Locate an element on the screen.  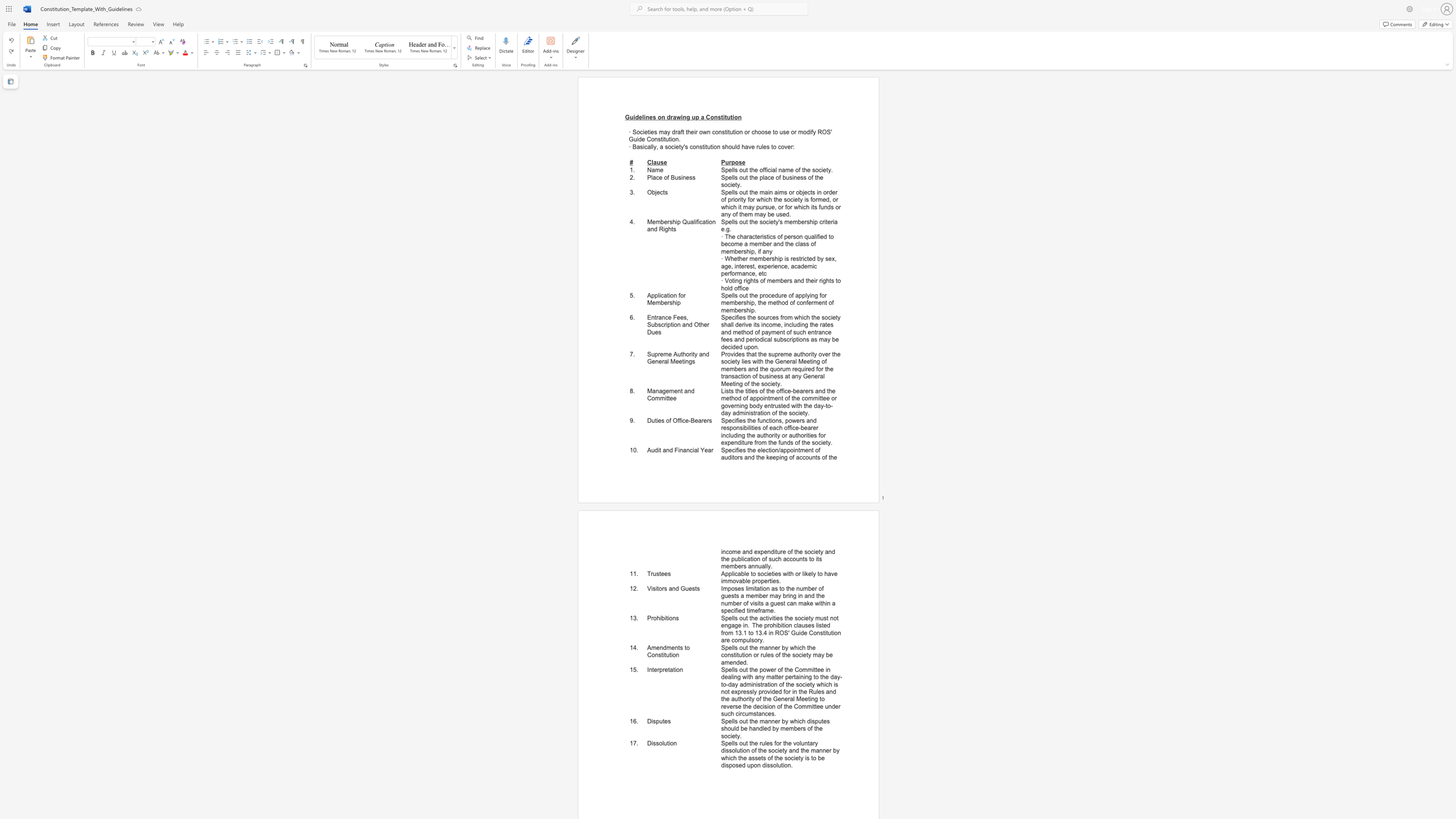
the subset text "nce, e" within the text "· Whether membership is restricted by sex, age, interest, experience, academic performance, etc" is located at coordinates (746, 274).